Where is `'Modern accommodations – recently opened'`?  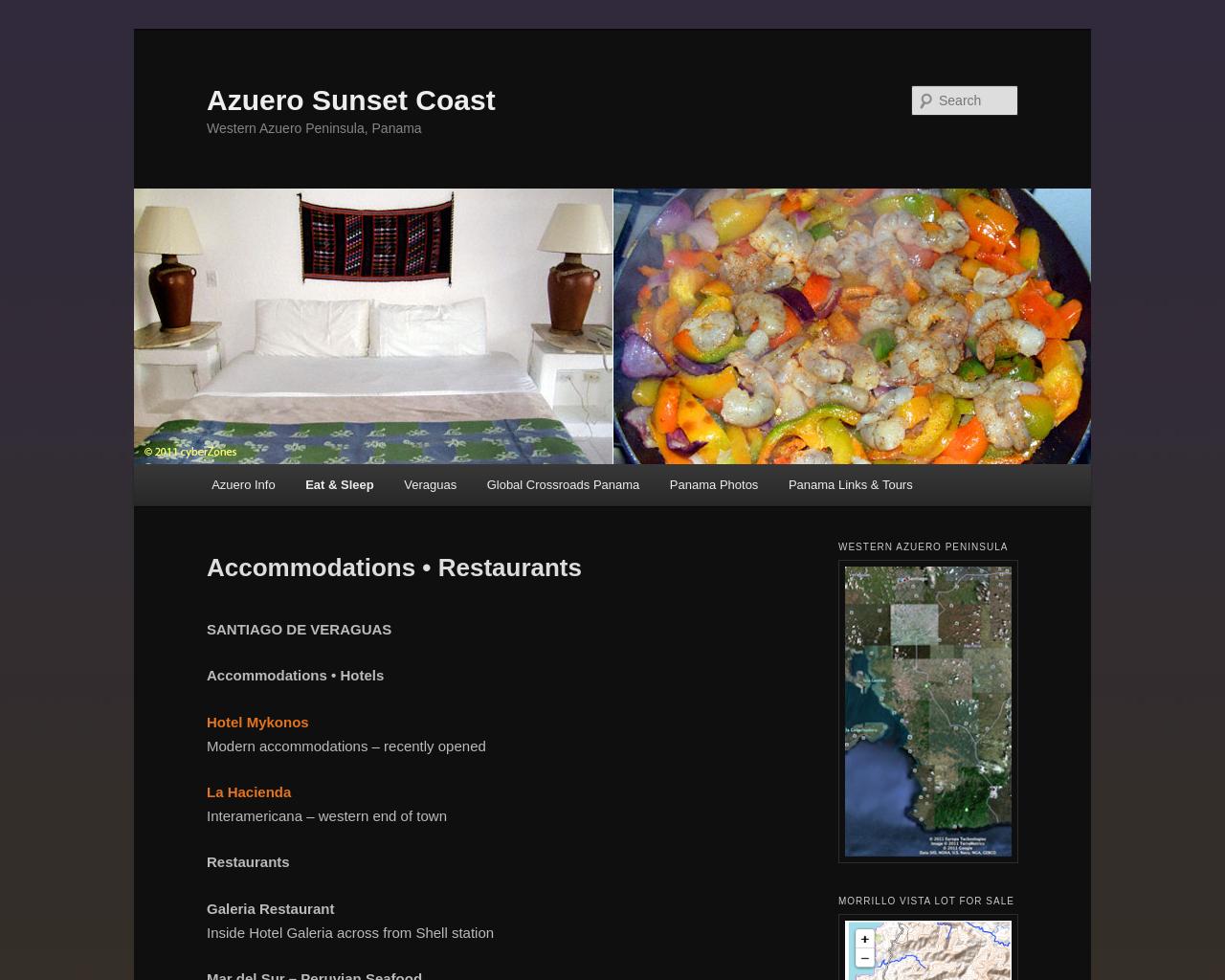
'Modern accommodations – recently opened' is located at coordinates (345, 745).